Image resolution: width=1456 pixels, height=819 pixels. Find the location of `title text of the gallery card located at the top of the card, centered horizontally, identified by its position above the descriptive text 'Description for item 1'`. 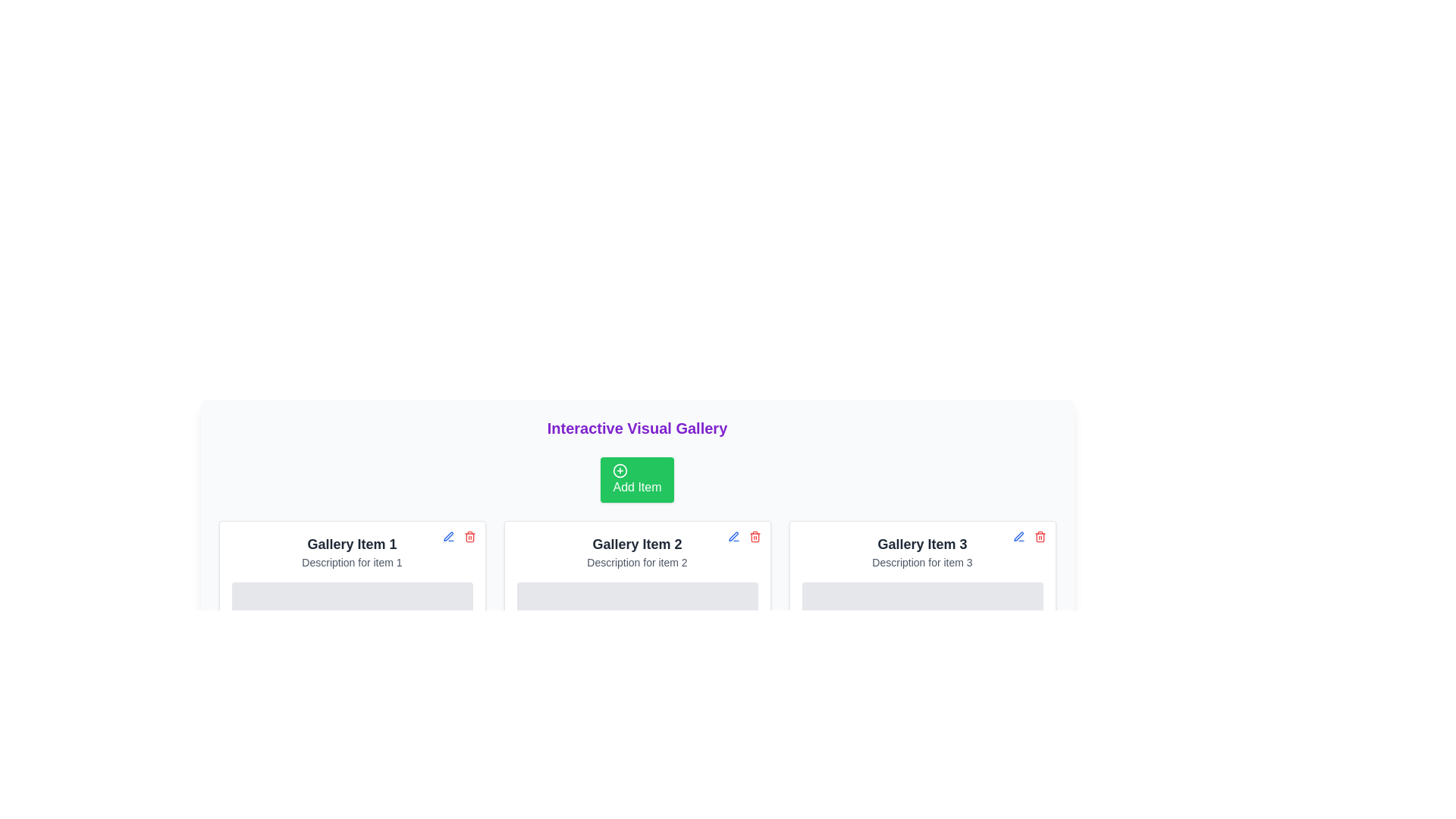

title text of the gallery card located at the top of the card, centered horizontally, identified by its position above the descriptive text 'Description for item 1' is located at coordinates (351, 543).